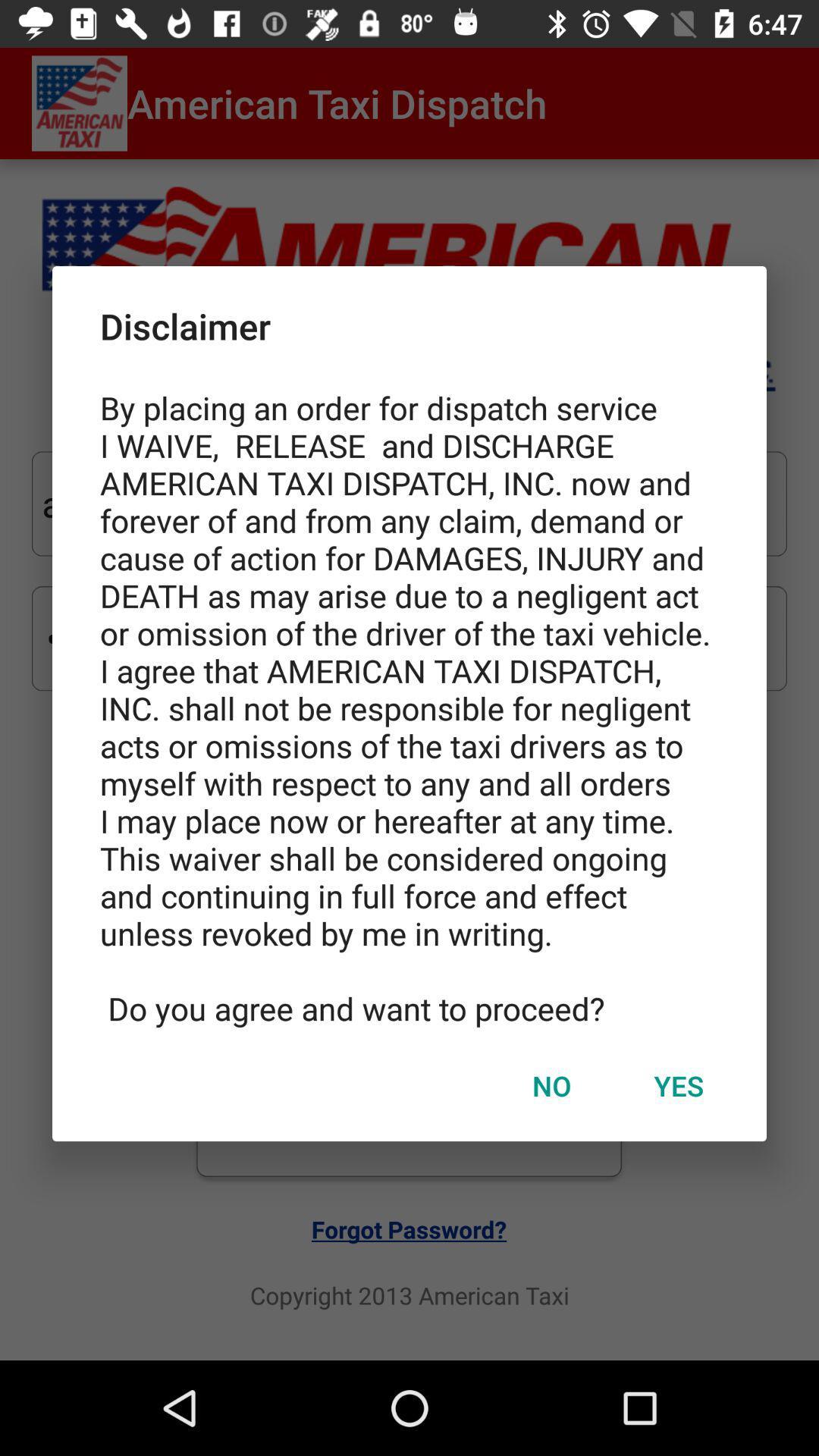 The height and width of the screenshot is (1456, 819). What do you see at coordinates (551, 1084) in the screenshot?
I see `no icon` at bounding box center [551, 1084].